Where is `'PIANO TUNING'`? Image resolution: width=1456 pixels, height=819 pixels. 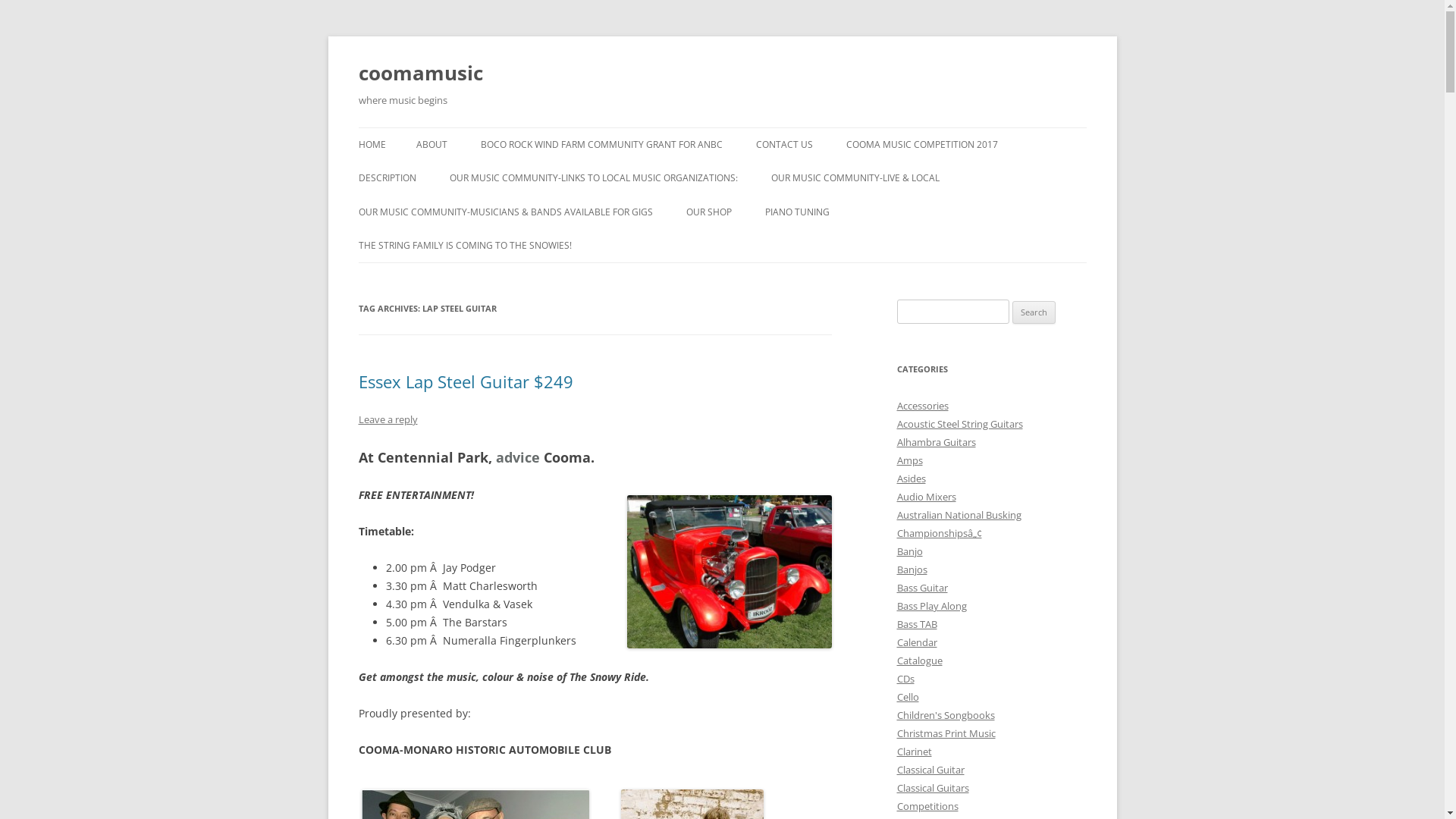
'PIANO TUNING' is located at coordinates (764, 212).